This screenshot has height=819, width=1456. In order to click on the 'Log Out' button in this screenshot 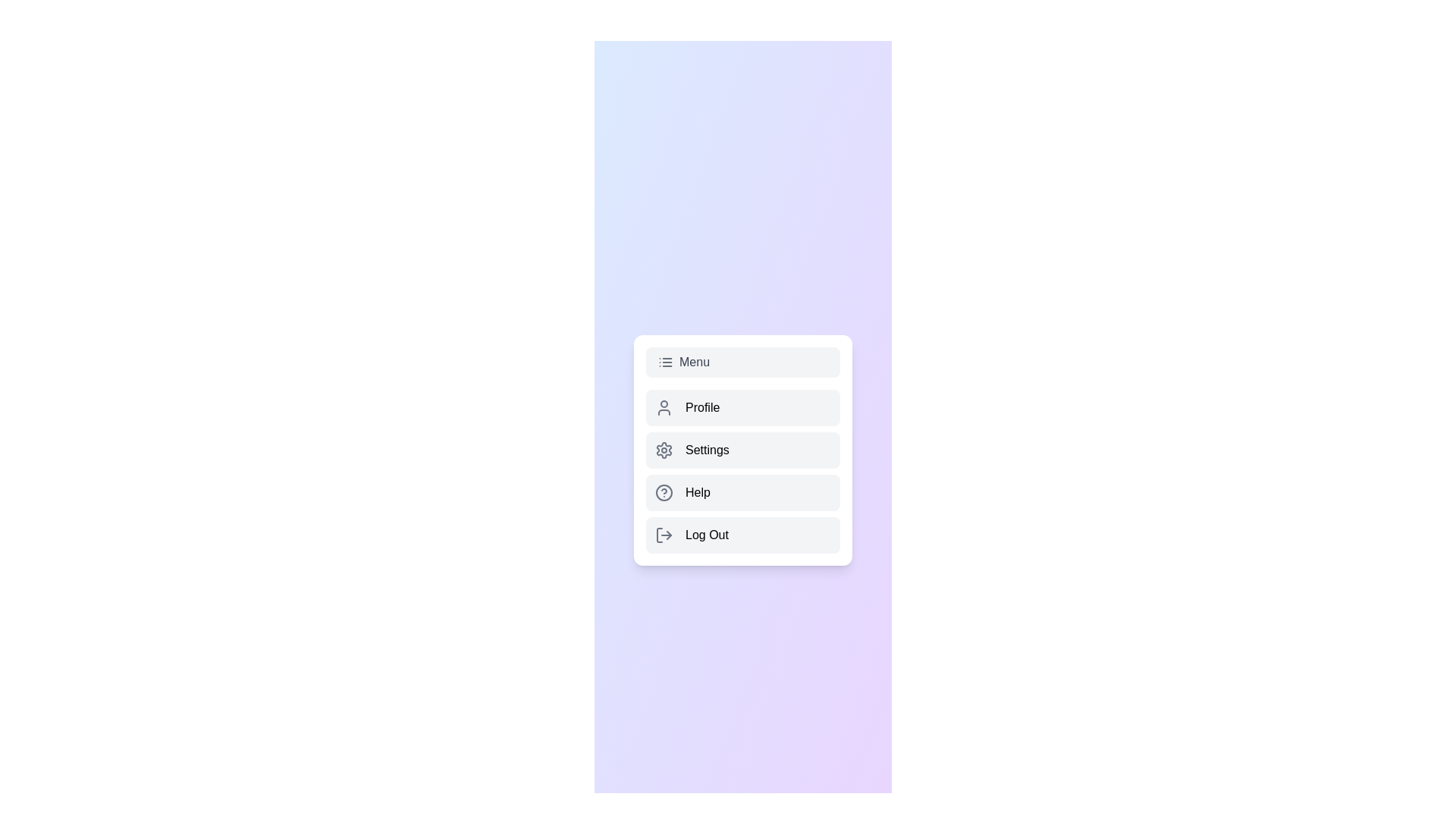, I will do `click(742, 534)`.